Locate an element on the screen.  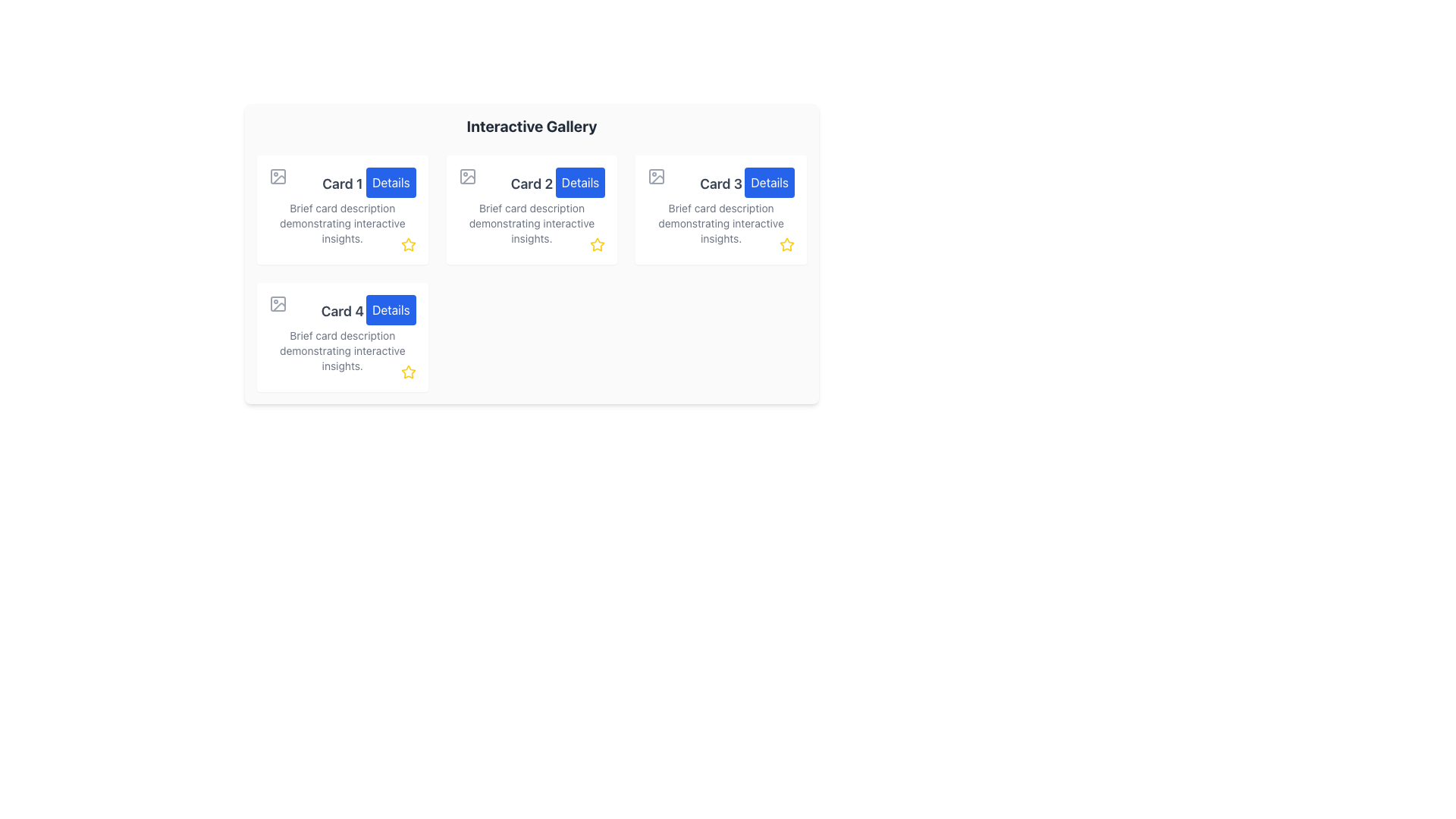
the card labeled 'Card 3' in the gallery layout to potentially trigger visual feedback is located at coordinates (720, 210).